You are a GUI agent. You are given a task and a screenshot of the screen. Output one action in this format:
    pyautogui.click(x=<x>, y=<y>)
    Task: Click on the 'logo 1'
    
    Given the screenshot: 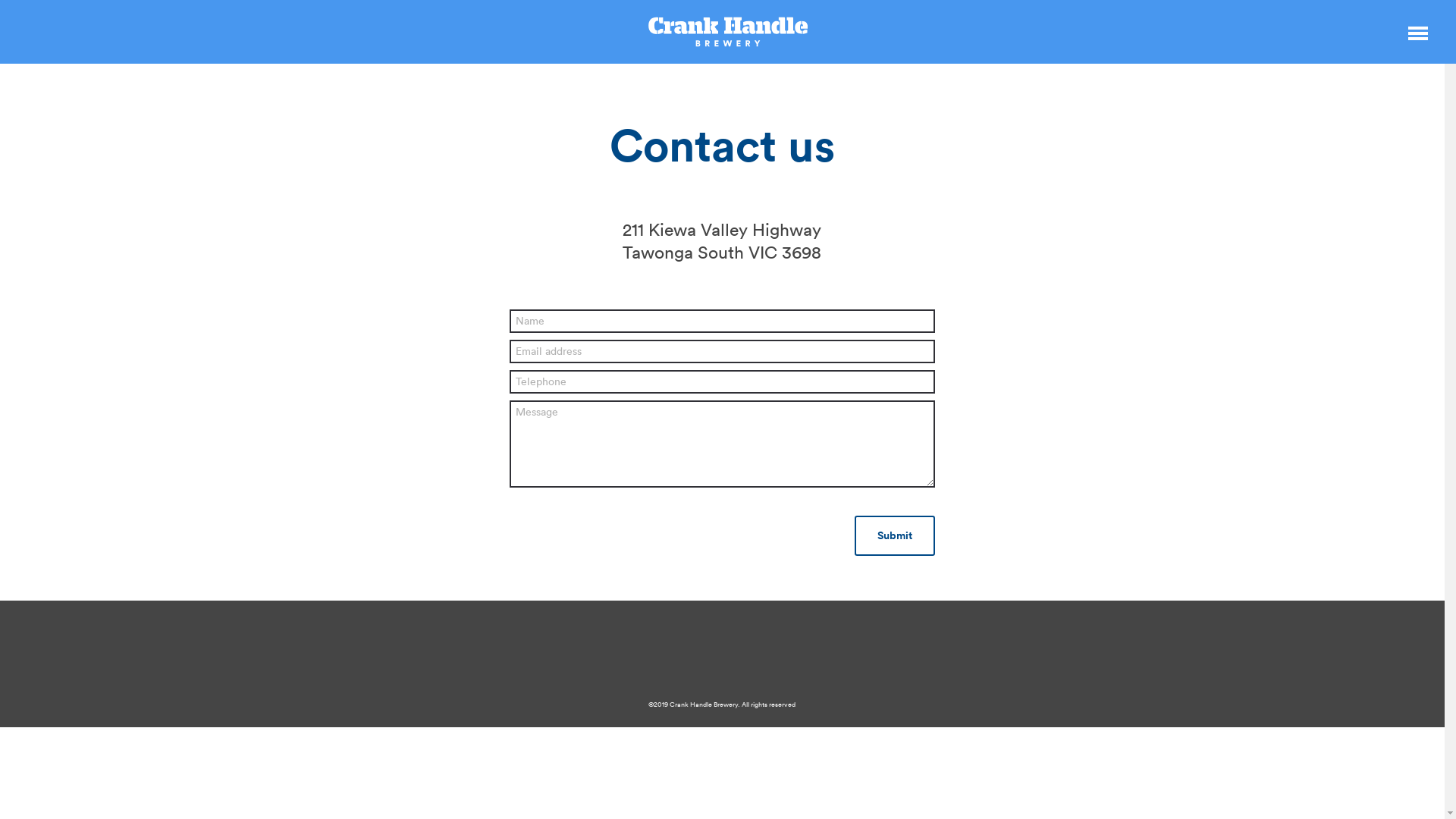 What is the action you would take?
    pyautogui.click(x=728, y=32)
    